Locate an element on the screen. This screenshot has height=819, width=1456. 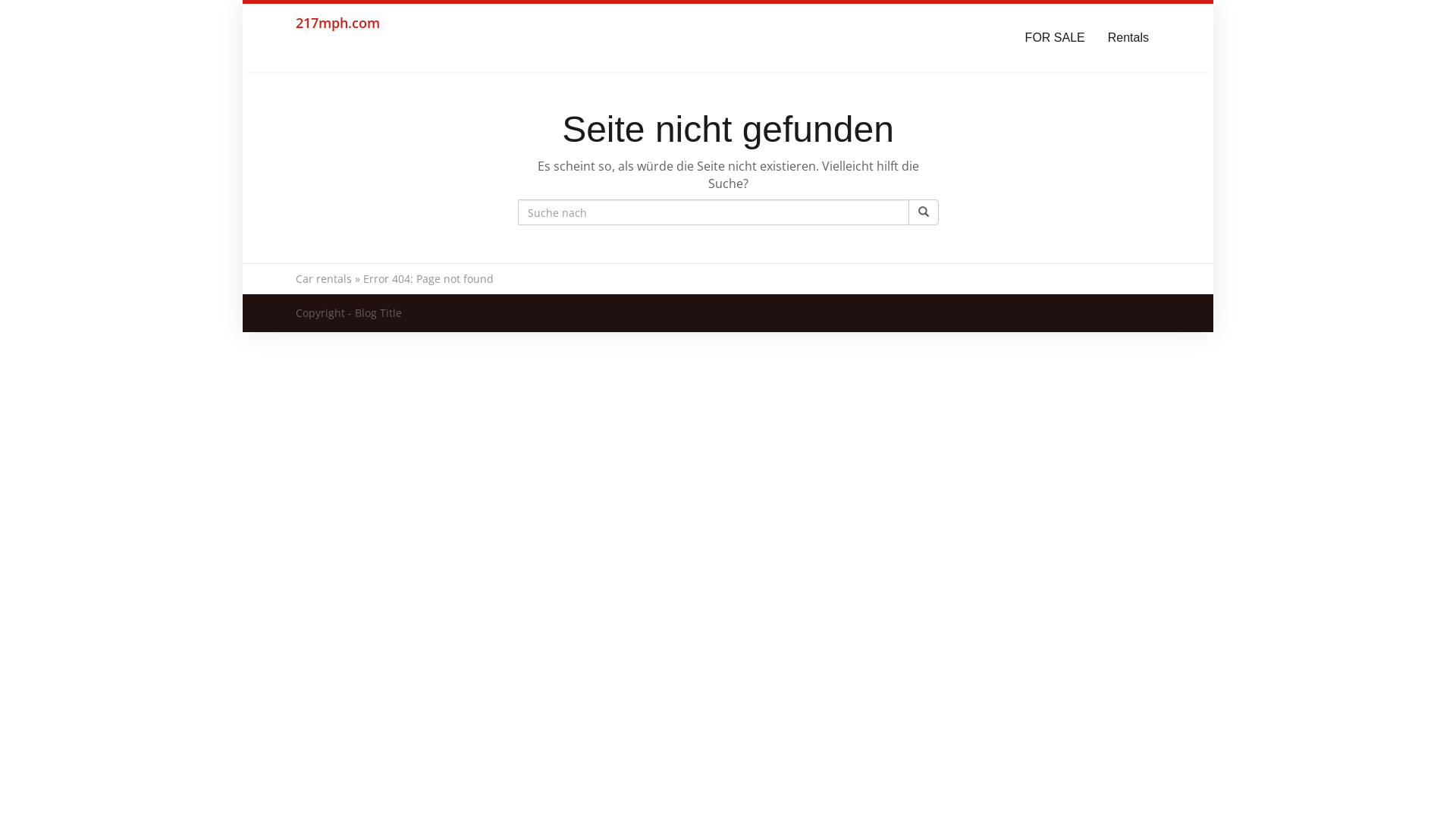
'217mph.com' is located at coordinates (284, 37).